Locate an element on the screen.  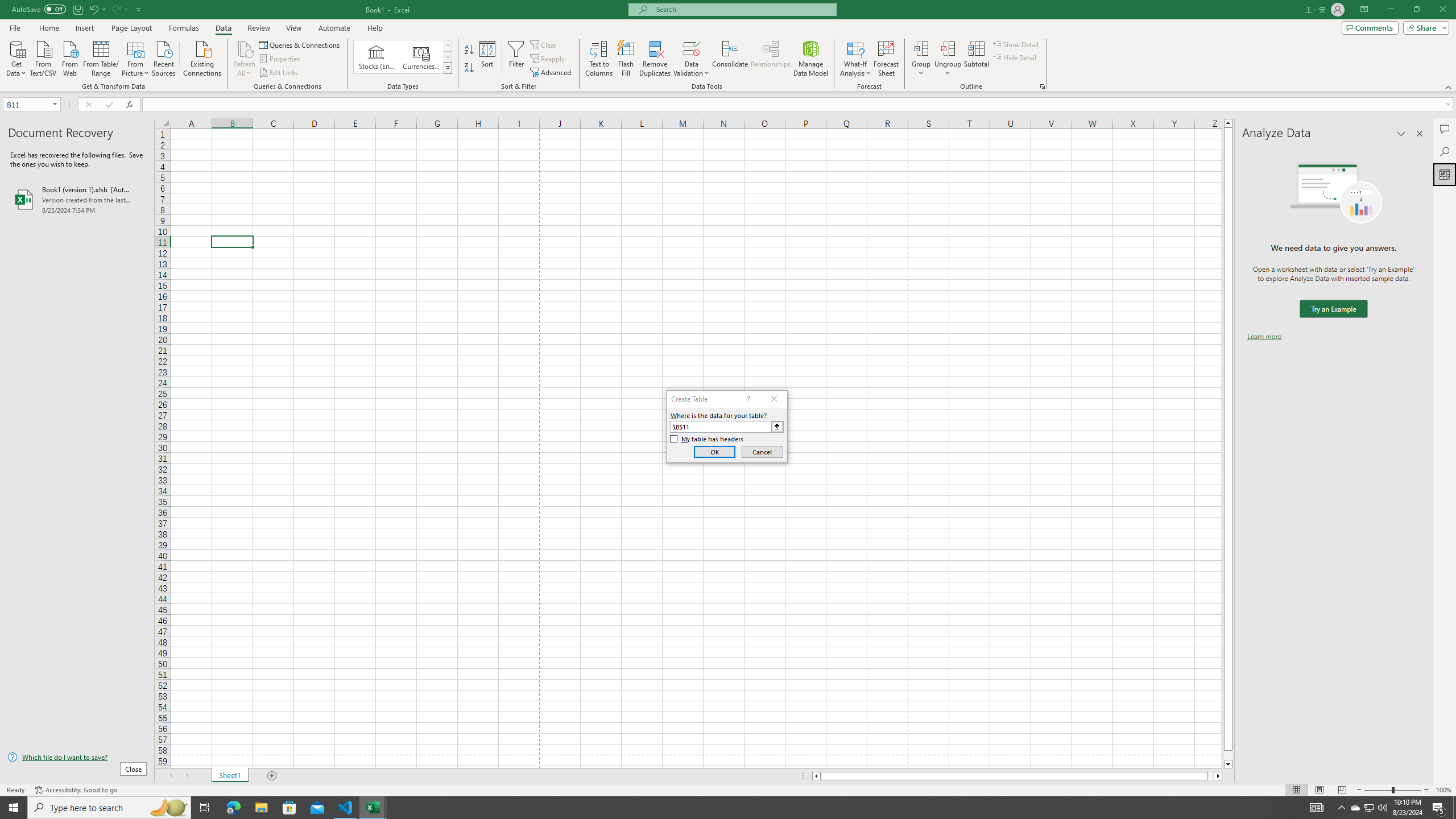
'Redo' is located at coordinates (118, 9).